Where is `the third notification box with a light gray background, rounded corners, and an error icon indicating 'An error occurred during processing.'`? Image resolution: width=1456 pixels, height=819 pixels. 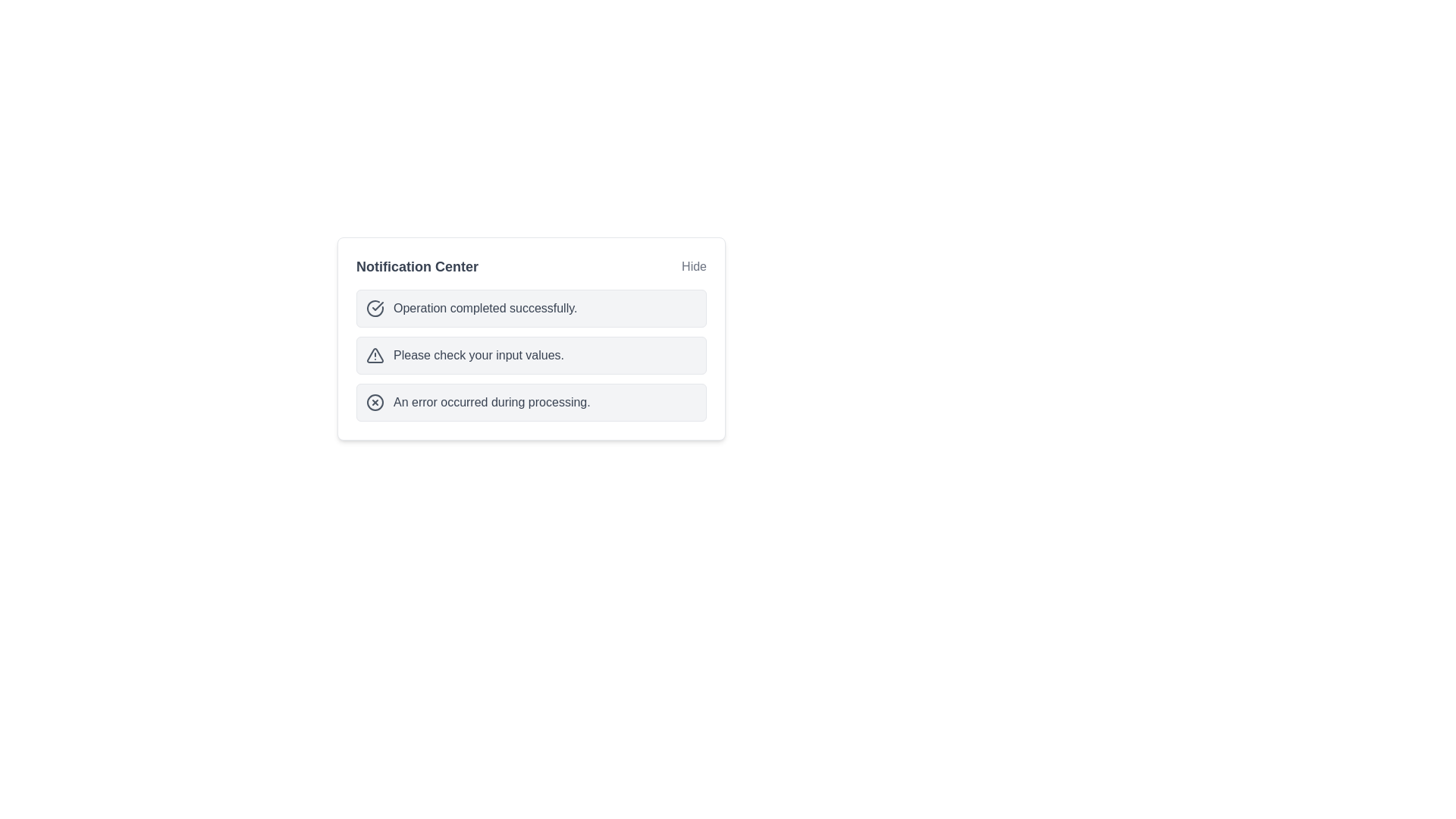
the third notification box with a light gray background, rounded corners, and an error icon indicating 'An error occurred during processing.' is located at coordinates (531, 402).